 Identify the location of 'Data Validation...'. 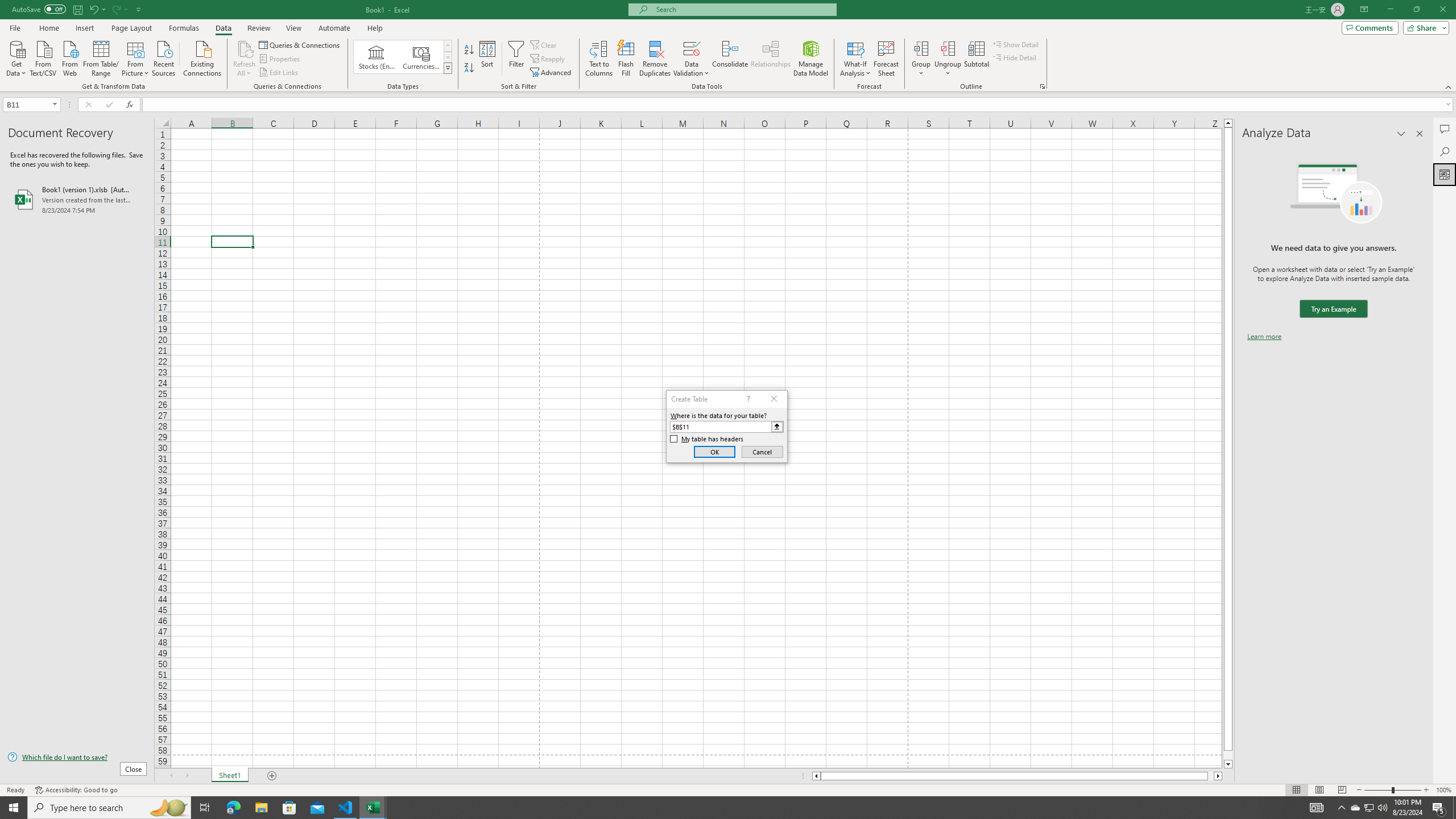
(691, 59).